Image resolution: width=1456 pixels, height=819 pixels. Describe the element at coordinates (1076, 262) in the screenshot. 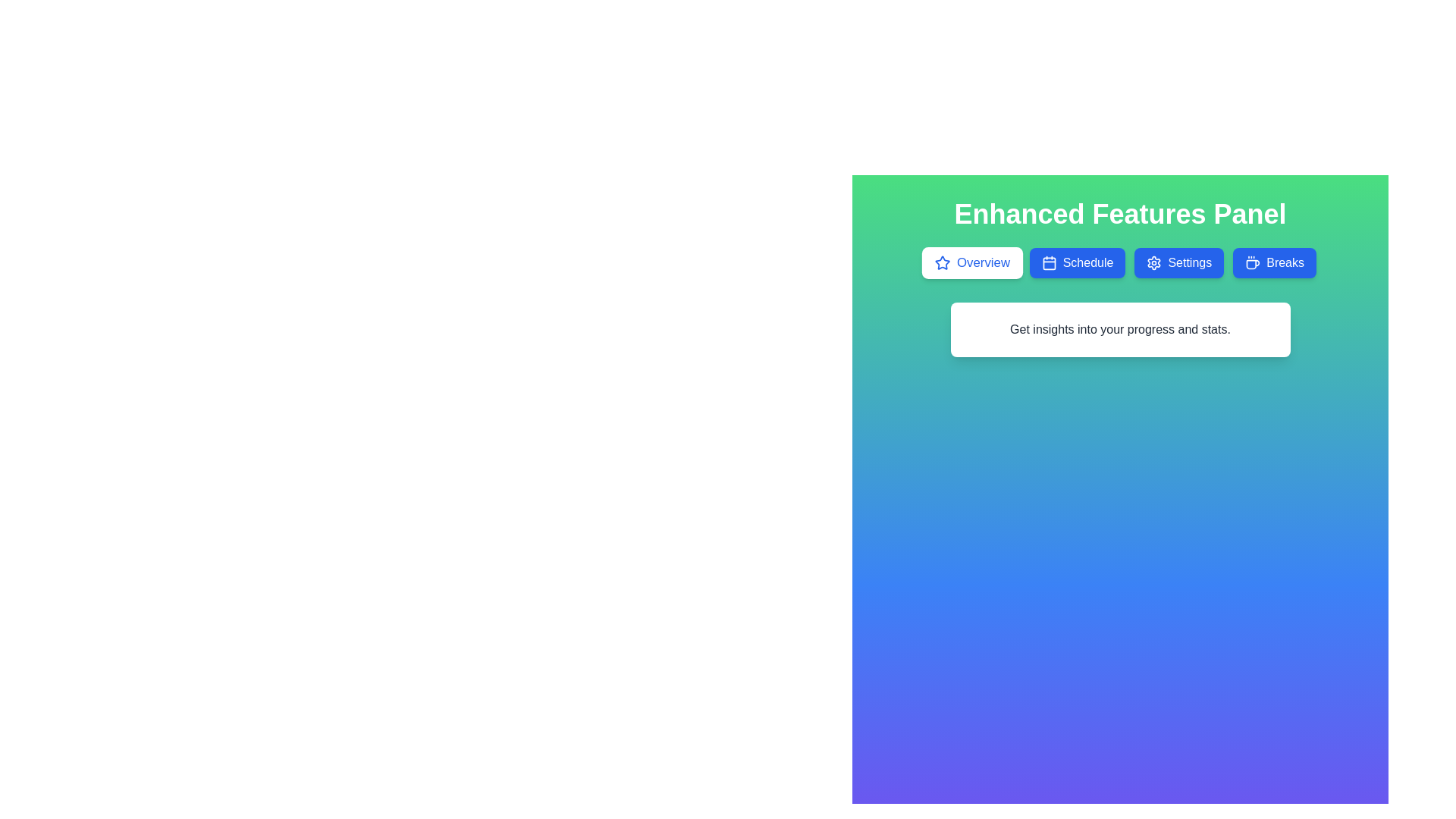

I see `the second button in the horizontal group (labeled 'Schedule') located below the 'Enhanced Features Panel' to trigger hover effects` at that location.